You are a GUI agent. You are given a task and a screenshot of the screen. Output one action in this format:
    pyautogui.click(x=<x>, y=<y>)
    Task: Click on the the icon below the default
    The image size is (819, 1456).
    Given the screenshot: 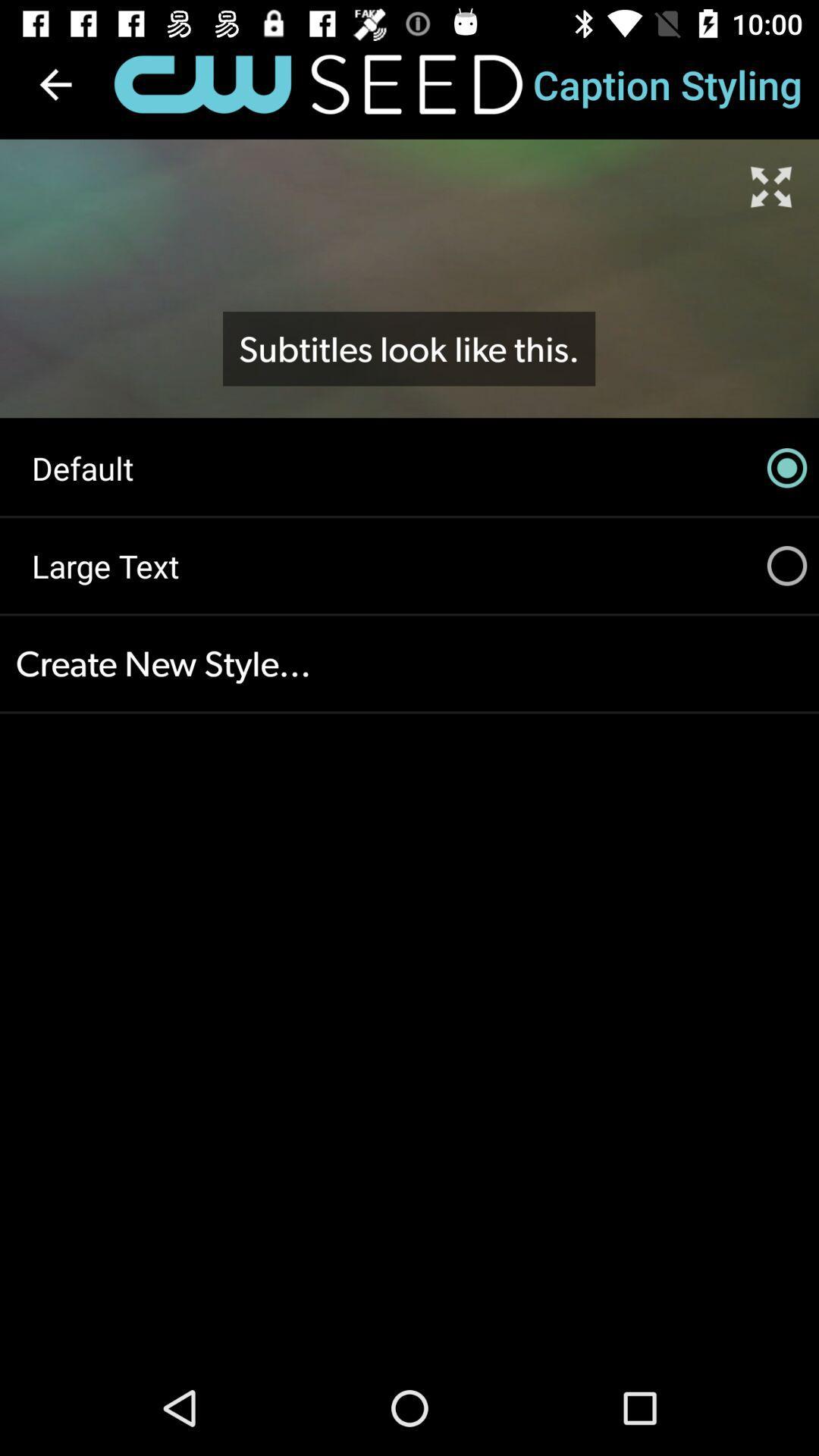 What is the action you would take?
    pyautogui.click(x=409, y=565)
    